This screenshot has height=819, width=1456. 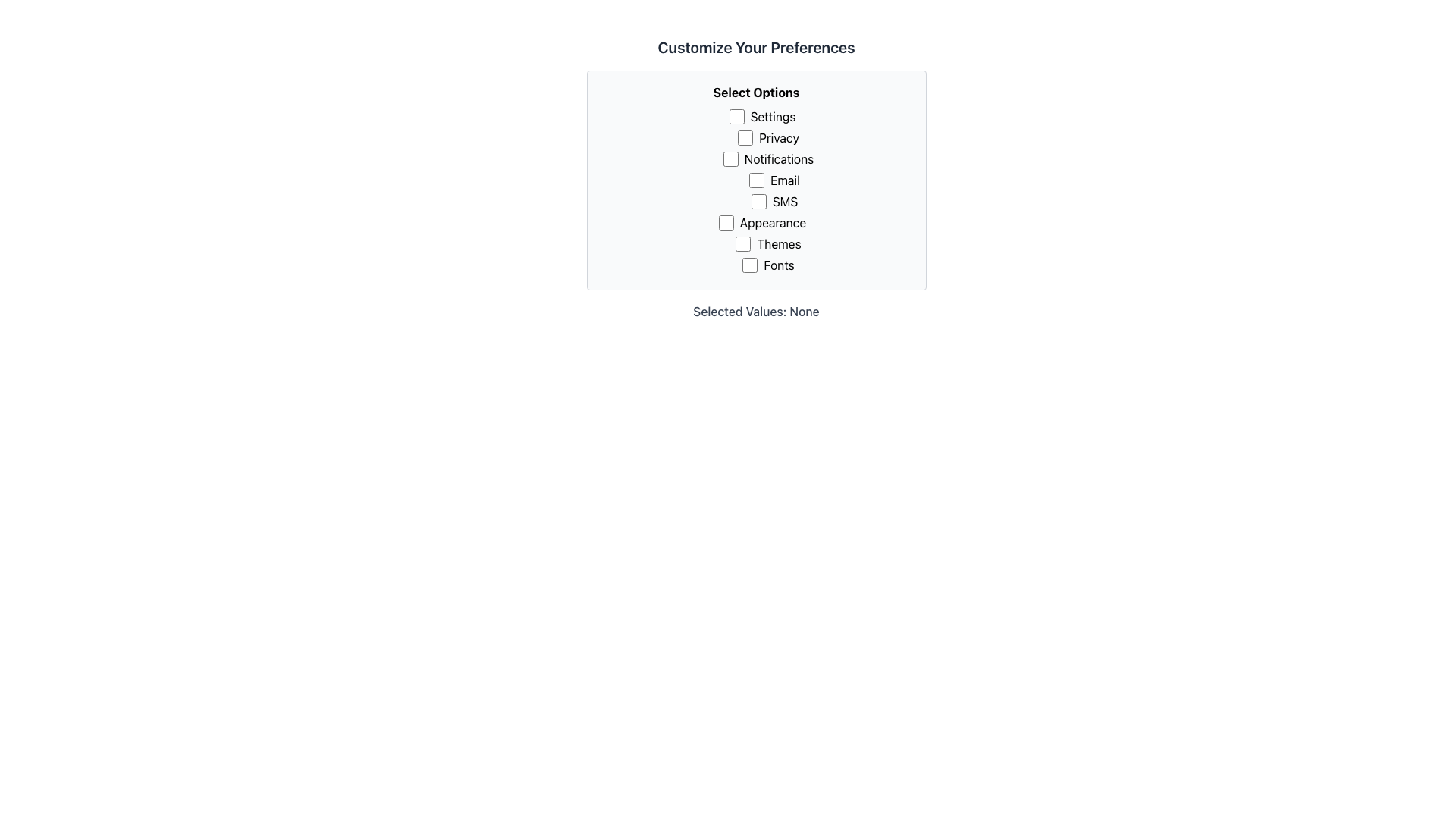 What do you see at coordinates (768, 265) in the screenshot?
I see `the 'Fonts' label of the last checkbox in the 'Select Options' section beneath the 'Themes' option` at bounding box center [768, 265].